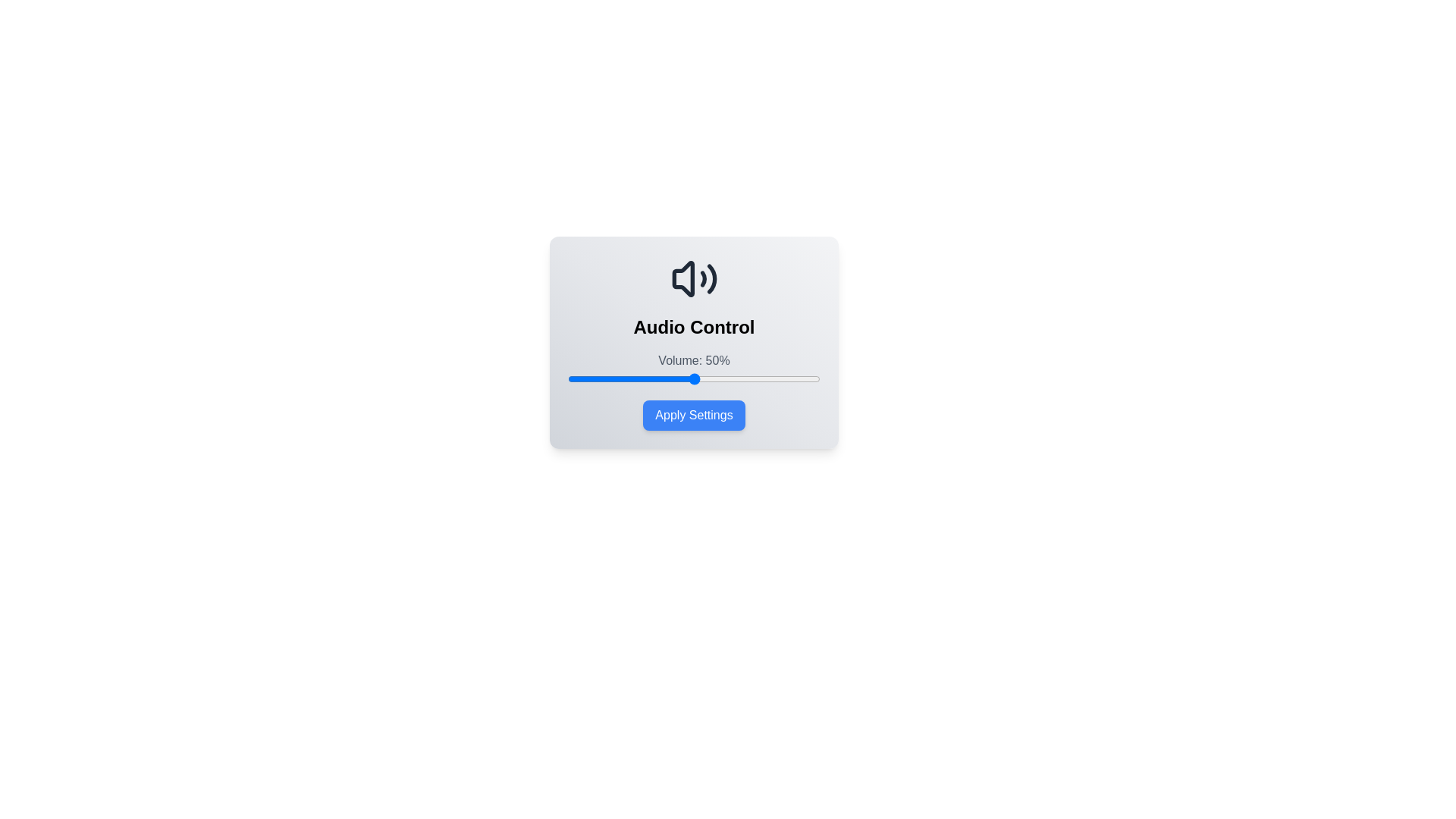  What do you see at coordinates (698, 378) in the screenshot?
I see `the slider` at bounding box center [698, 378].